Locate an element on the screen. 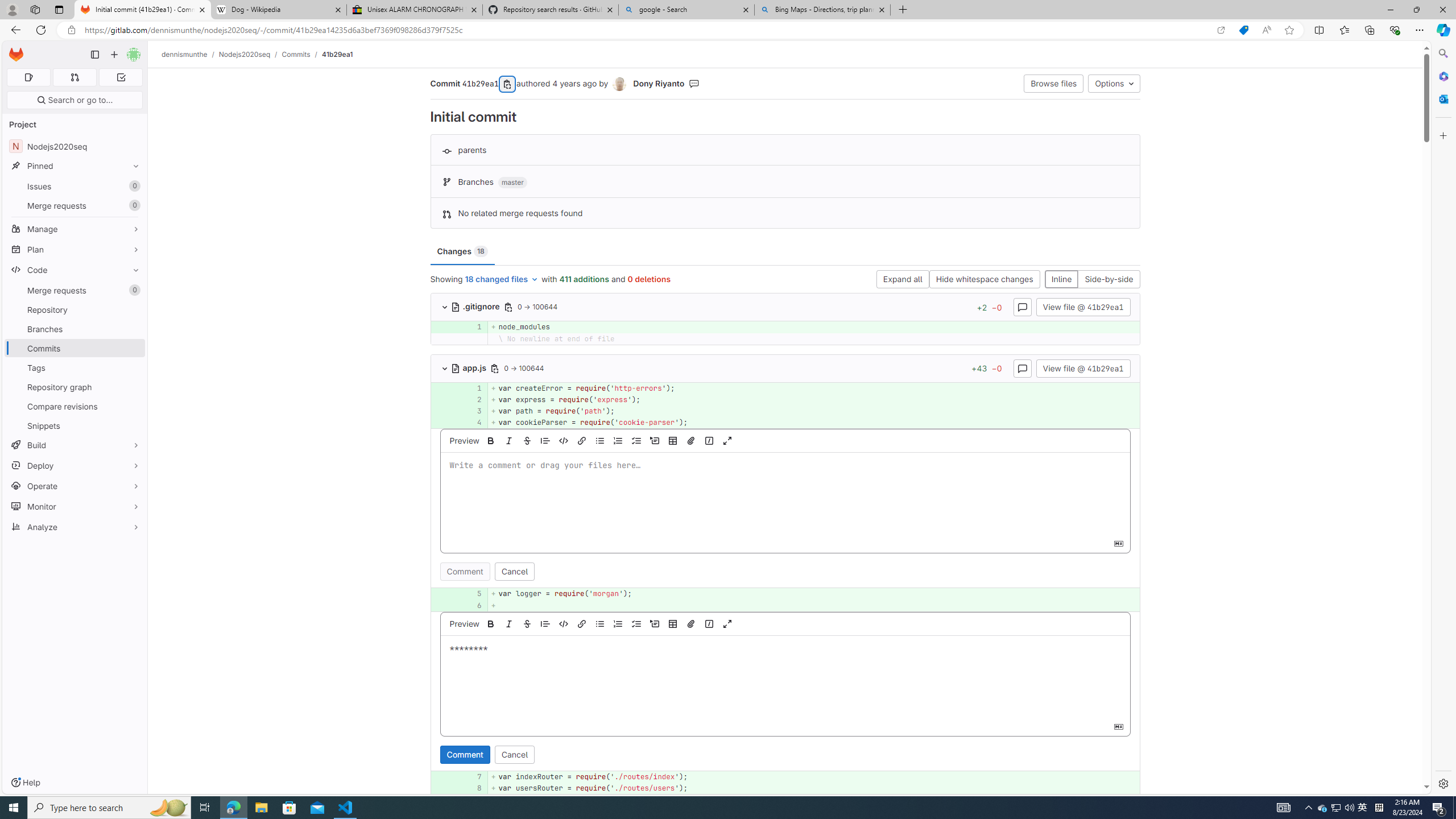  '7' is located at coordinates (471, 776).